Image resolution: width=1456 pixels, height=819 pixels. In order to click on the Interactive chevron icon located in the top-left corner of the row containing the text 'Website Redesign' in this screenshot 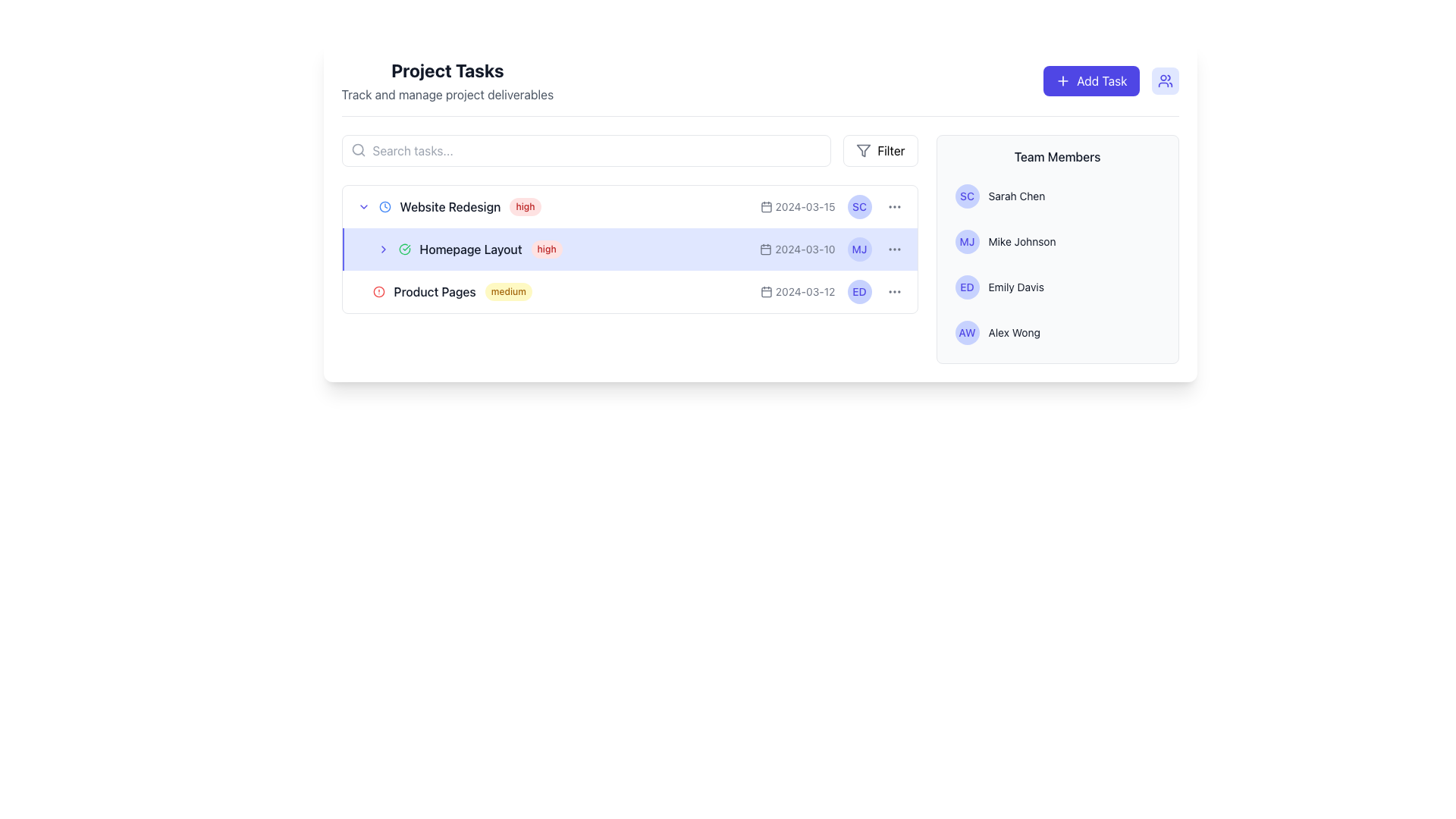, I will do `click(362, 207)`.